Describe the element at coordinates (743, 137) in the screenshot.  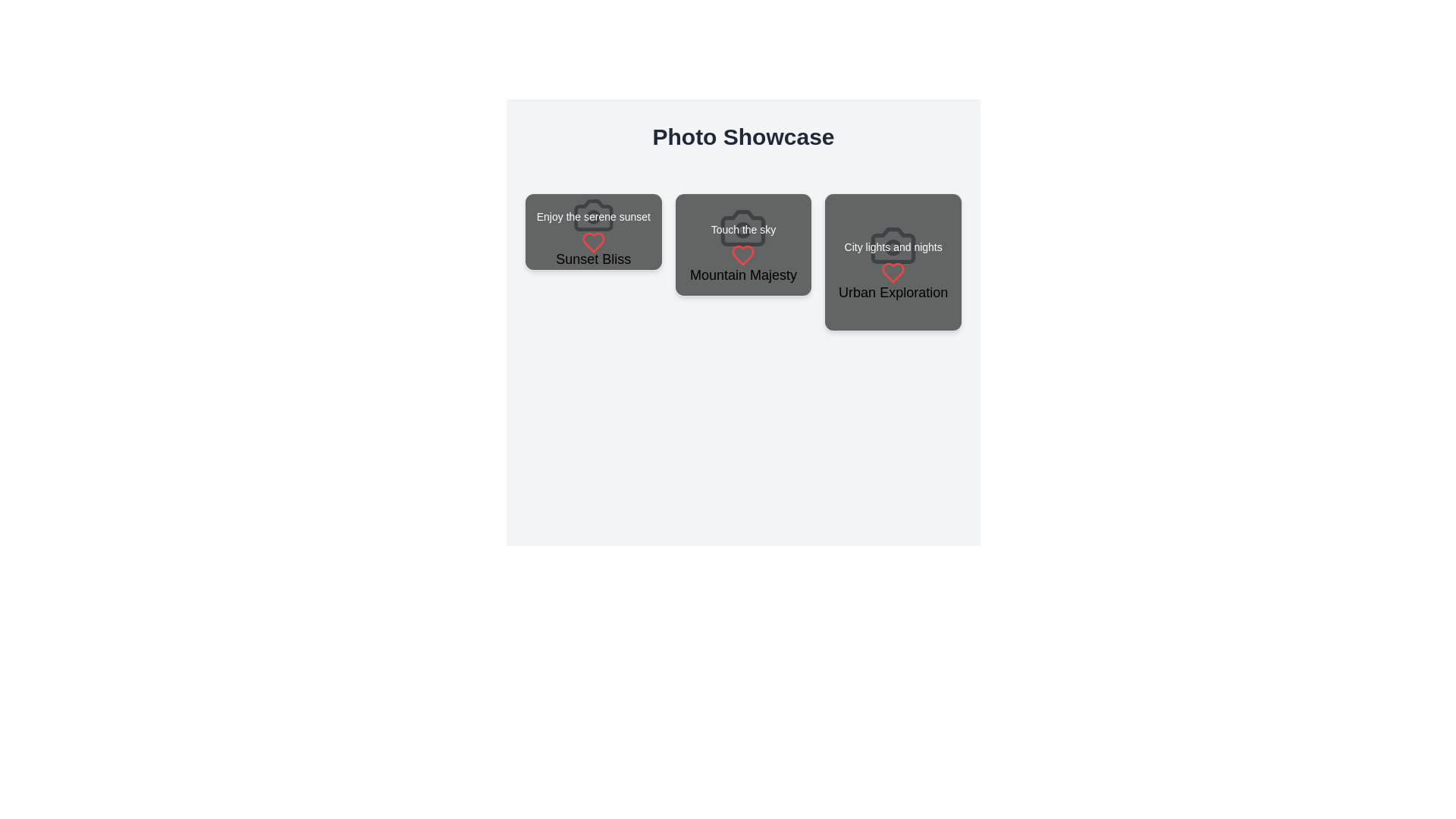
I see `the prominently styled text label reading 'Photo Showcase' displayed in a large bold font, centered at the top of the interface` at that location.